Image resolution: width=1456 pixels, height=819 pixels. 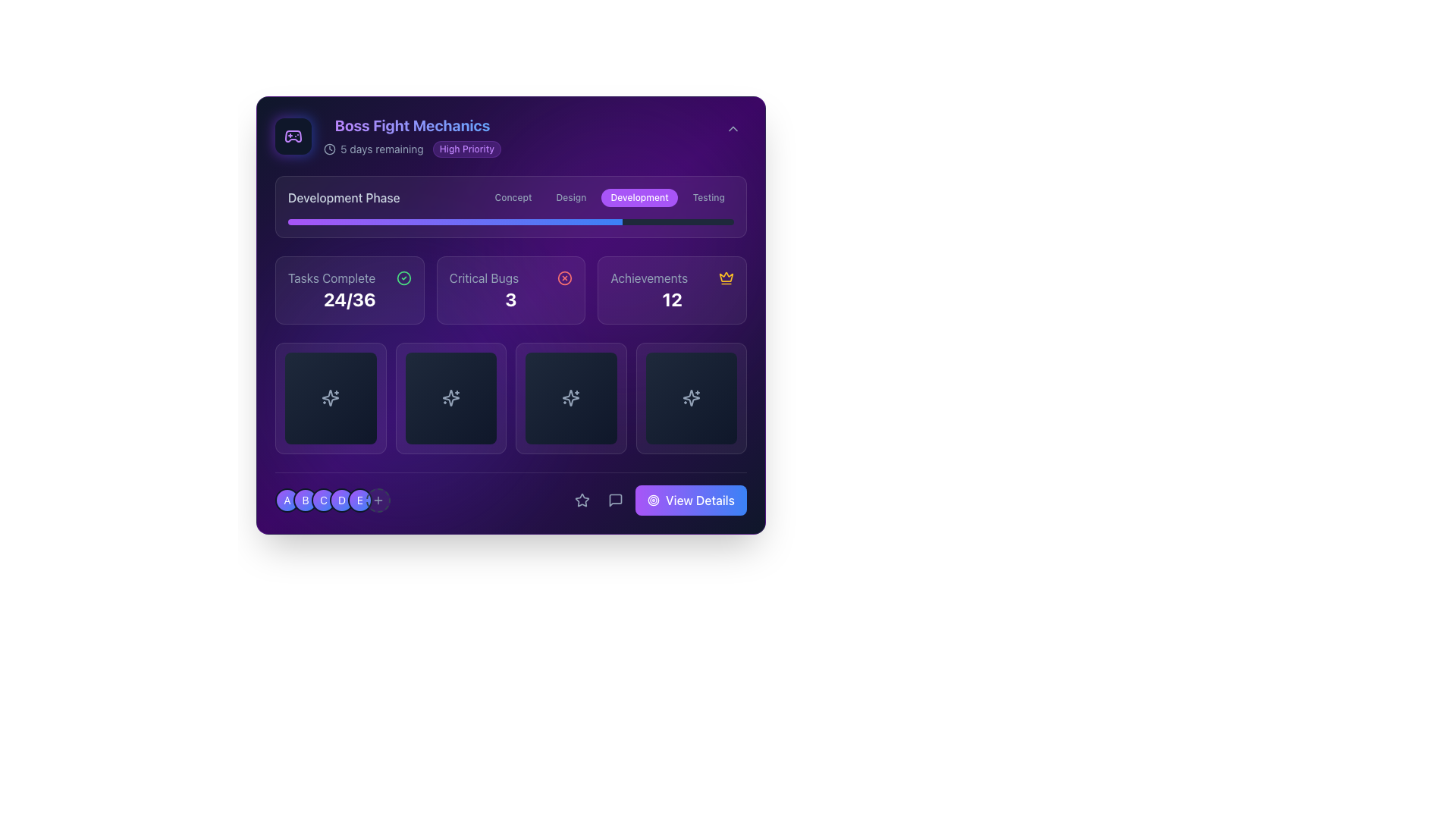 What do you see at coordinates (510, 207) in the screenshot?
I see `the phase navigation buttons in the progress tracker located centrally near the top of the card interface` at bounding box center [510, 207].